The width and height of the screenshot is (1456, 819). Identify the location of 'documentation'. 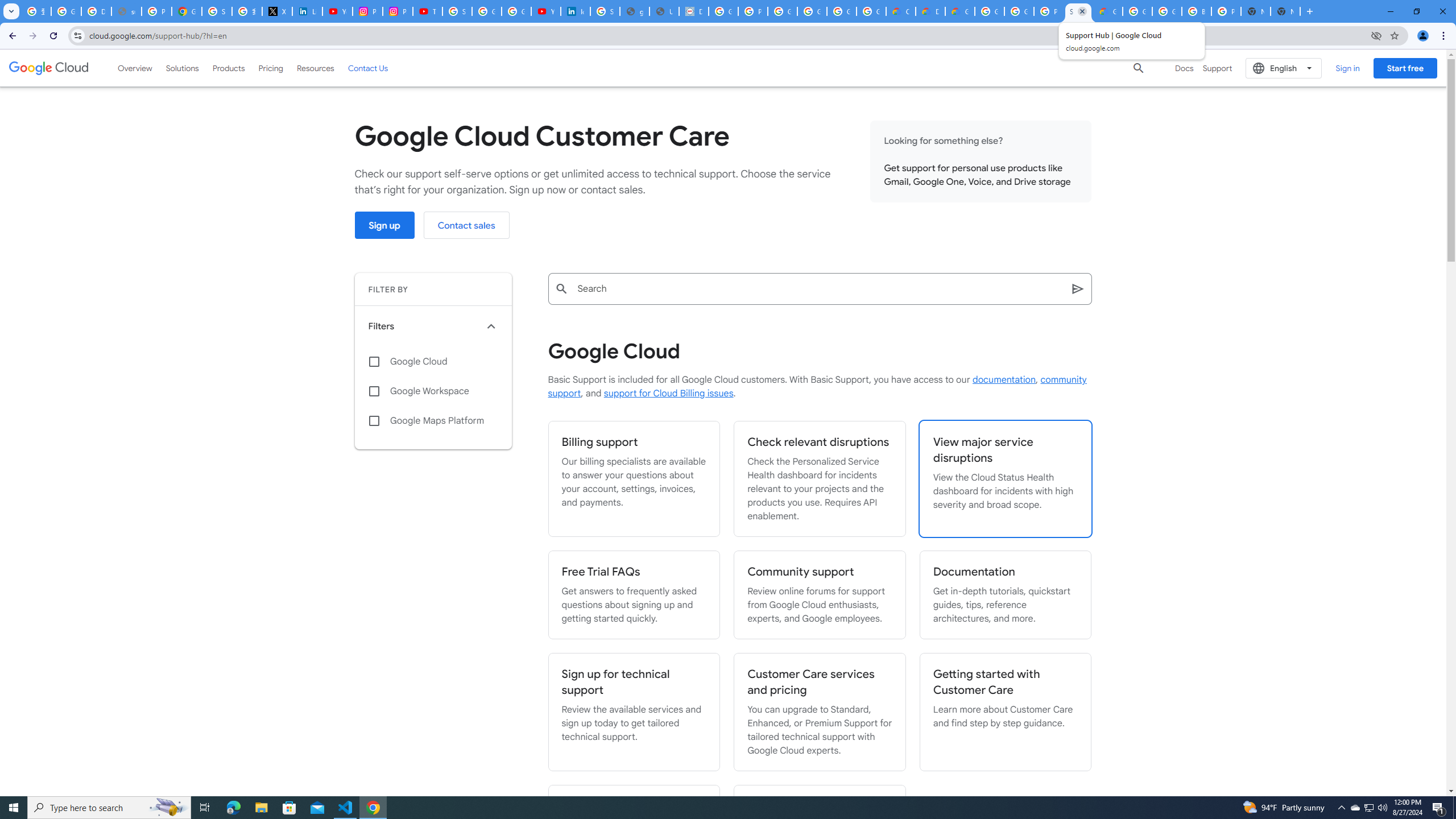
(1004, 379).